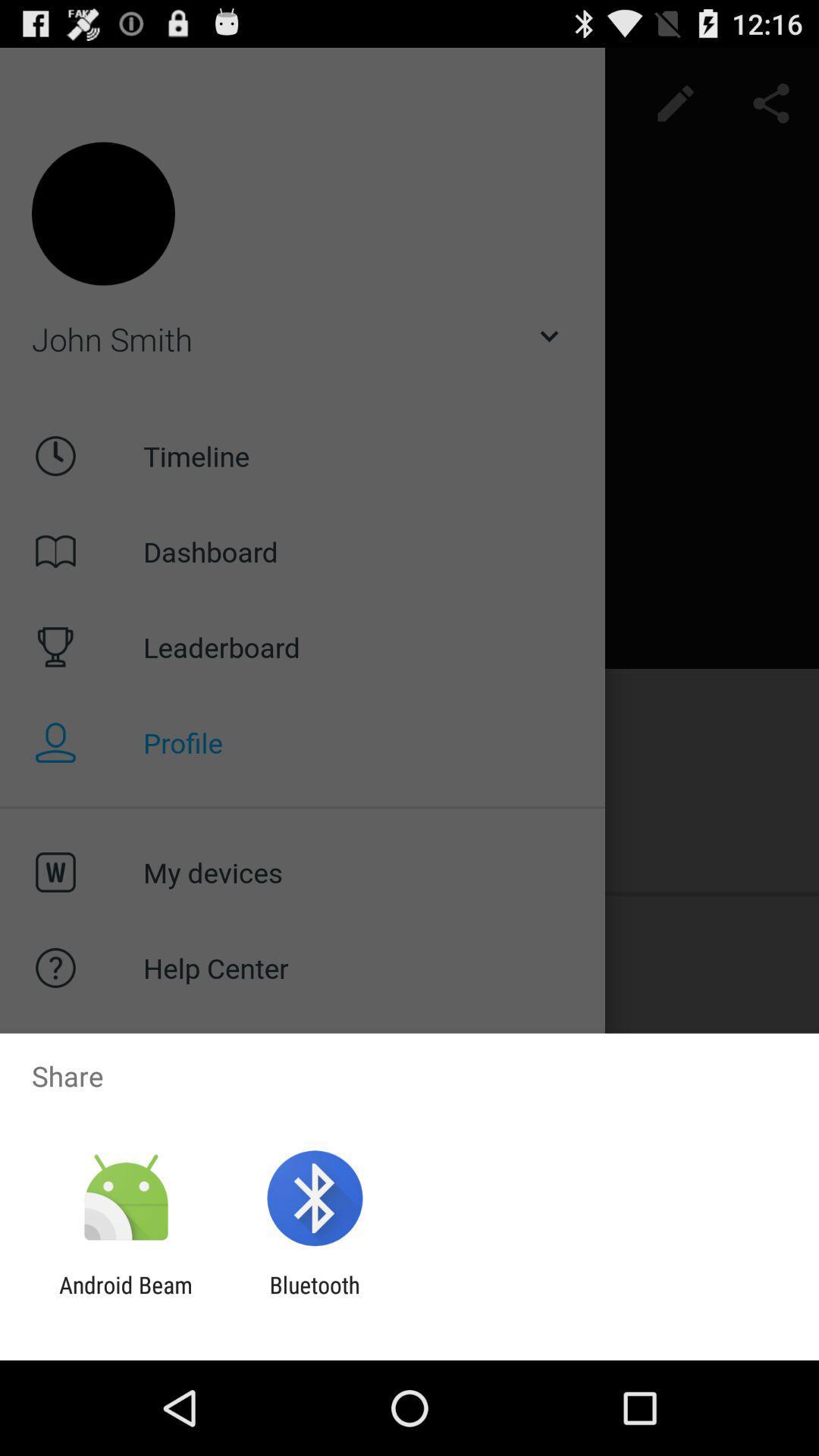 This screenshot has width=819, height=1456. Describe the element at coordinates (314, 1298) in the screenshot. I see `bluetooth` at that location.